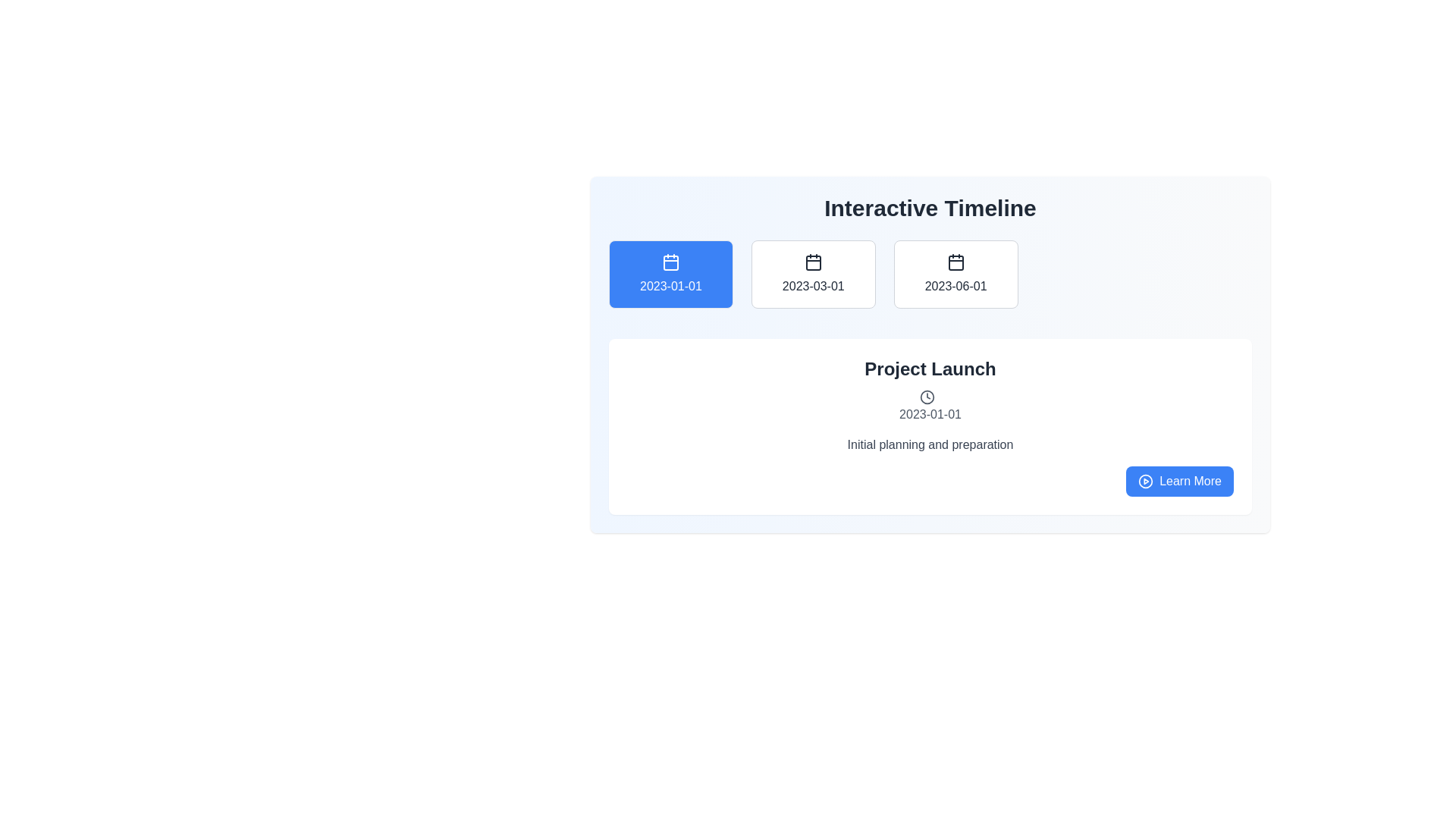 The height and width of the screenshot is (819, 1456). Describe the element at coordinates (955, 262) in the screenshot. I see `the calendar icon representing the date '2023-06-01' in the Interactive Timeline interface` at that location.